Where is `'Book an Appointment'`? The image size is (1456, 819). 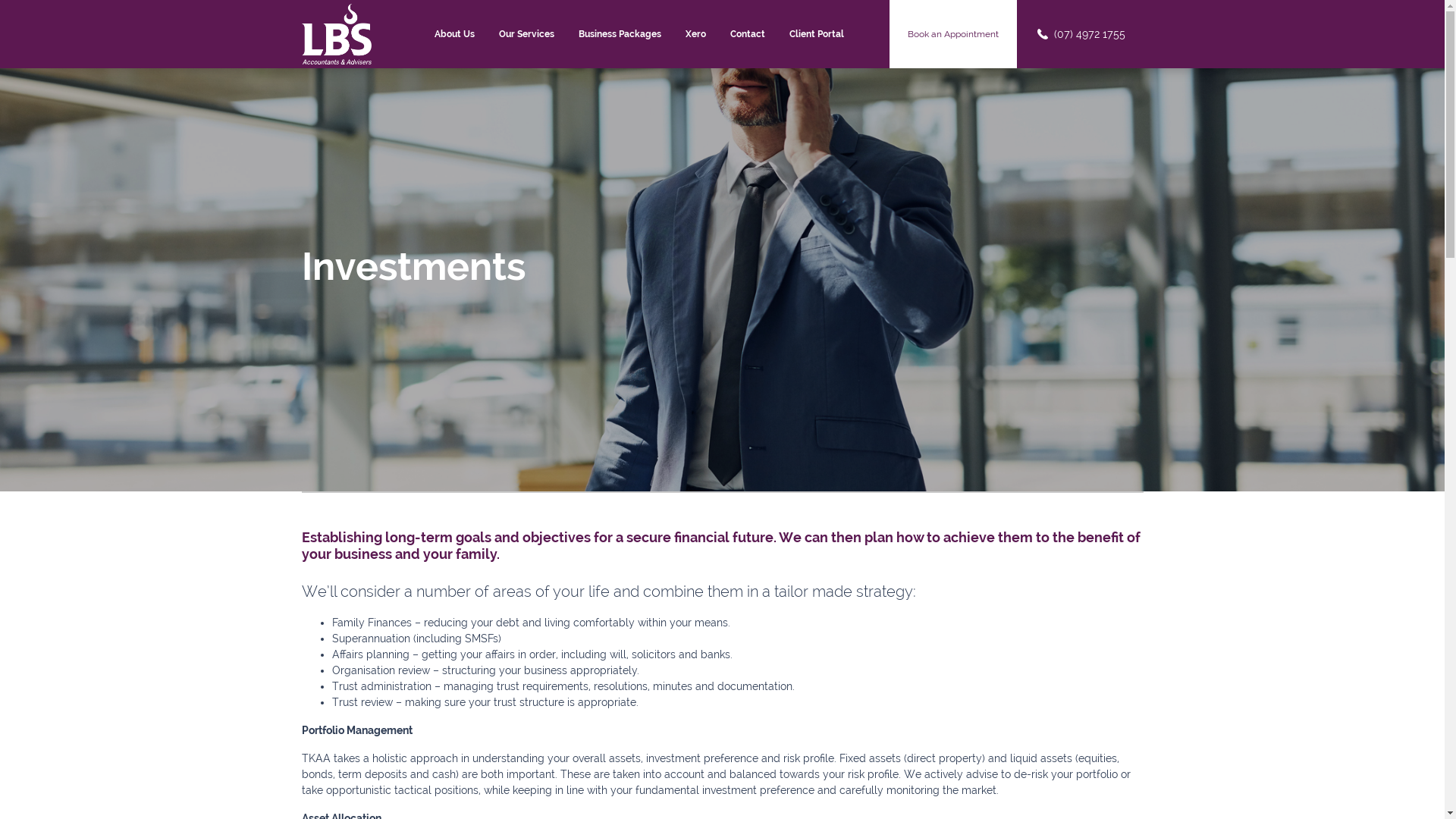
'Book an Appointment' is located at coordinates (952, 34).